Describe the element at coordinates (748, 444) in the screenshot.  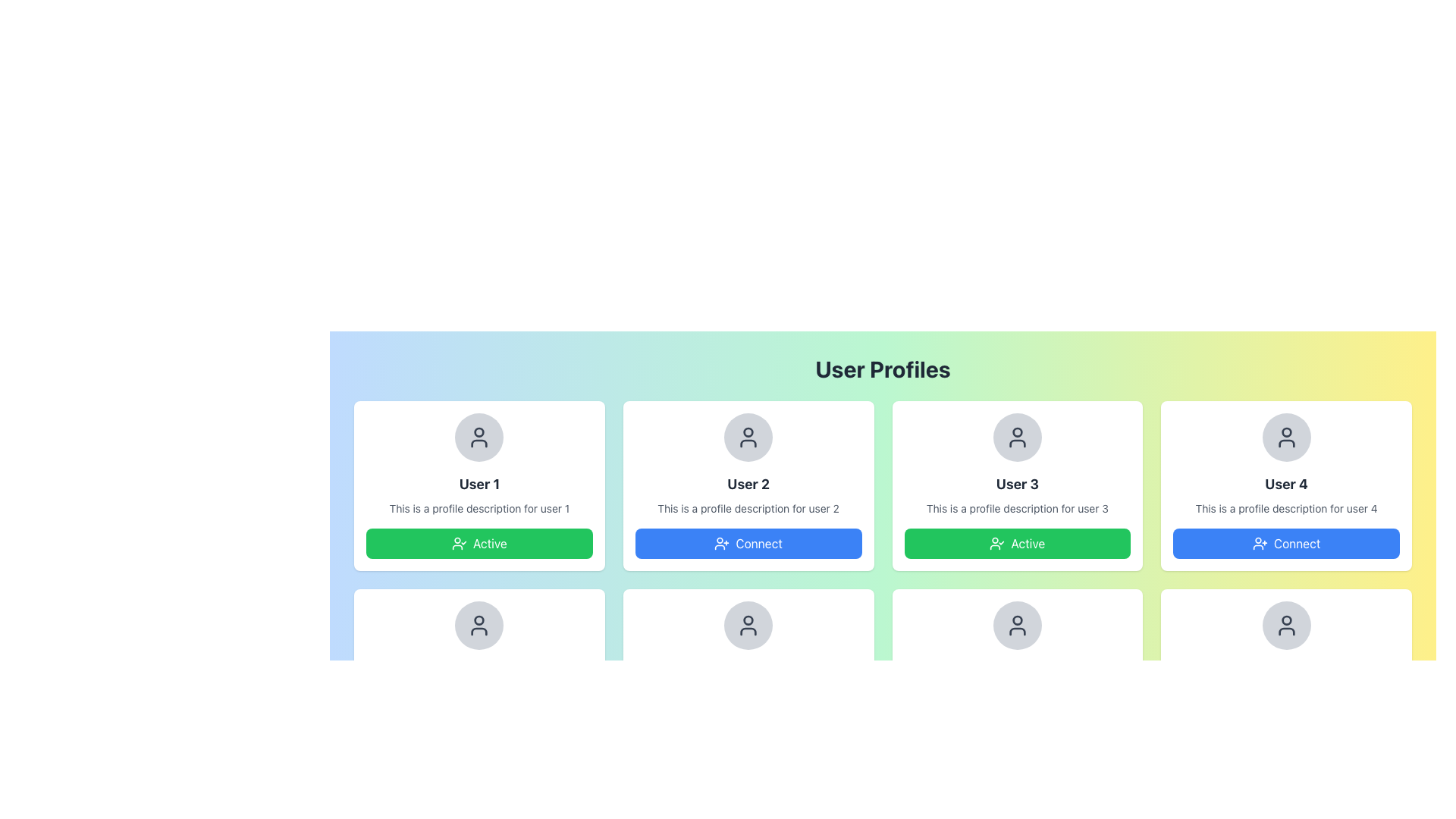
I see `the semicircular Icon Decoration element located directly beneath the avatar figure in the second user profile card` at that location.